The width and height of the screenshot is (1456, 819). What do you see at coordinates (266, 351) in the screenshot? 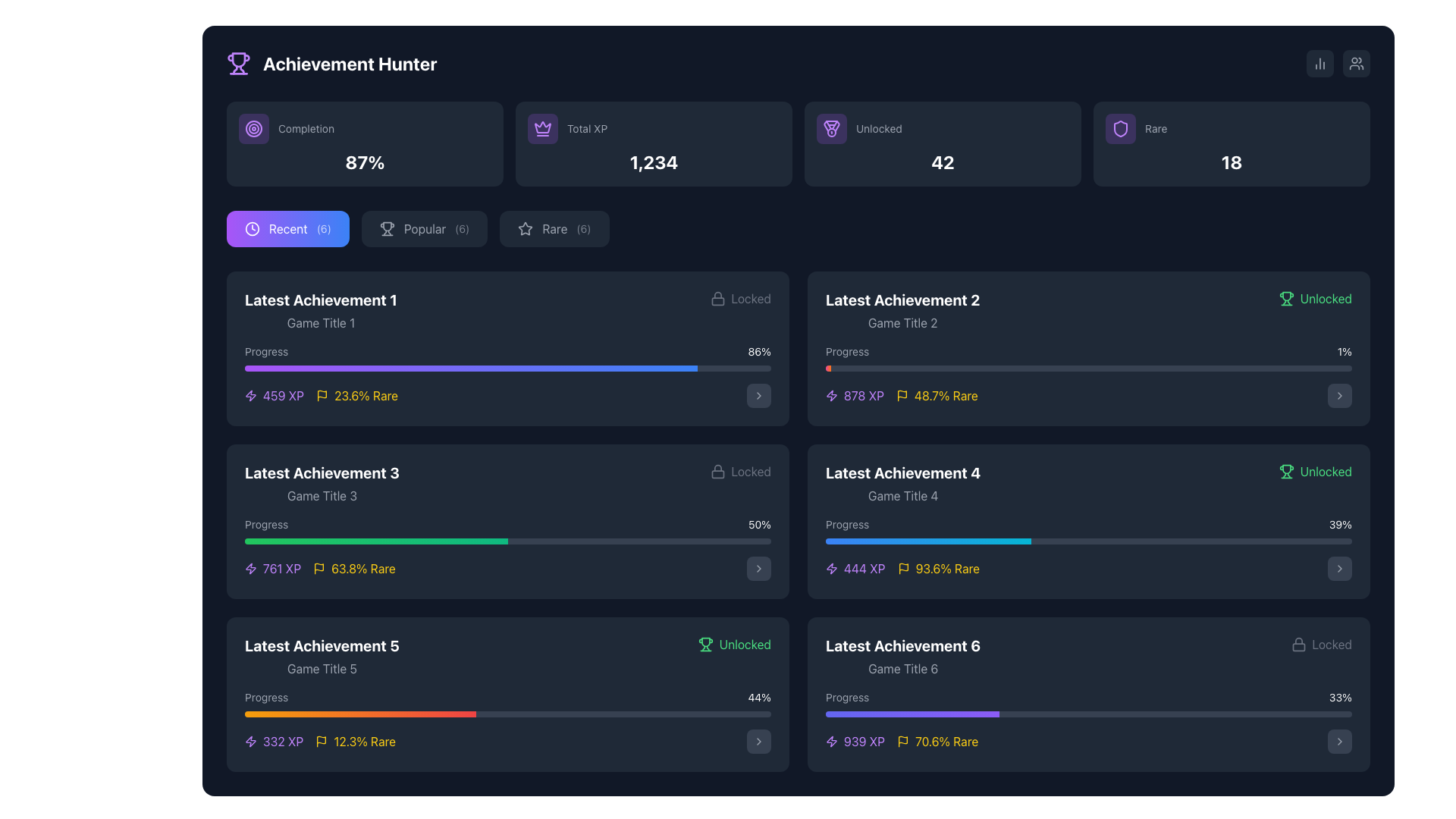
I see `the Text label that describes the progress of the achievement associated with the progress bar in the 'Latest Achievement 1' panel` at bounding box center [266, 351].